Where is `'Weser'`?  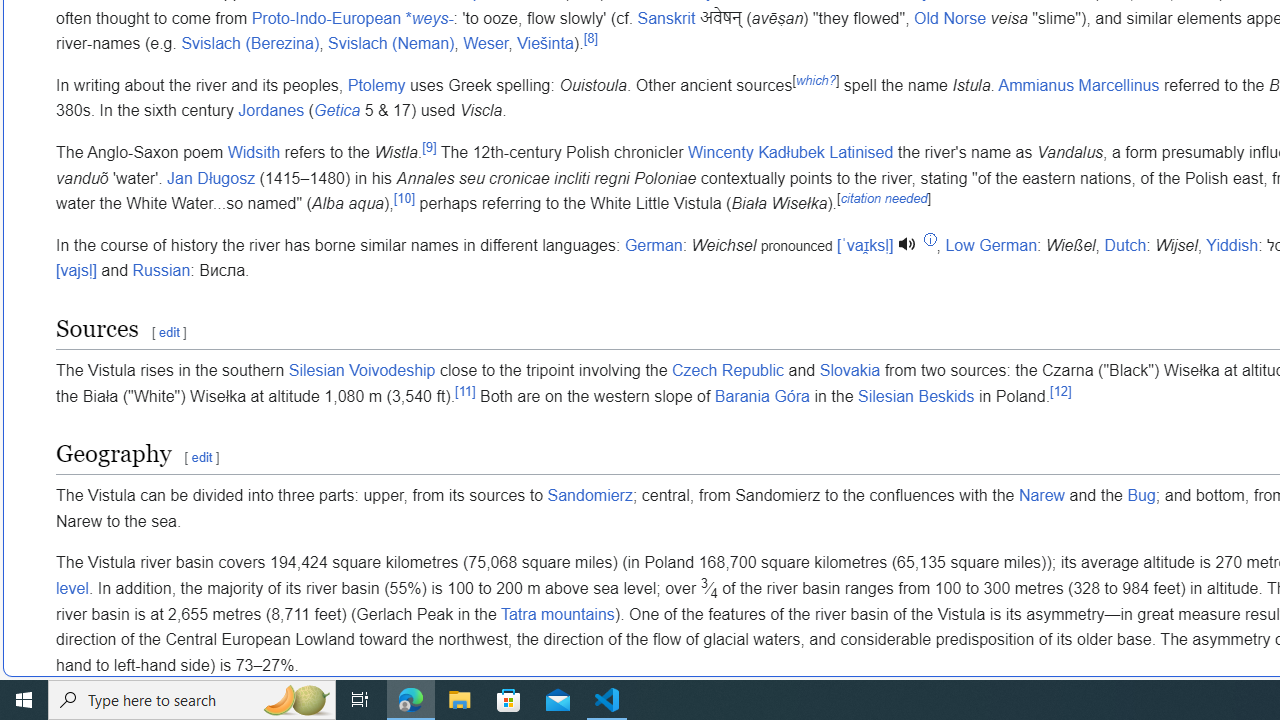
'Weser' is located at coordinates (486, 44).